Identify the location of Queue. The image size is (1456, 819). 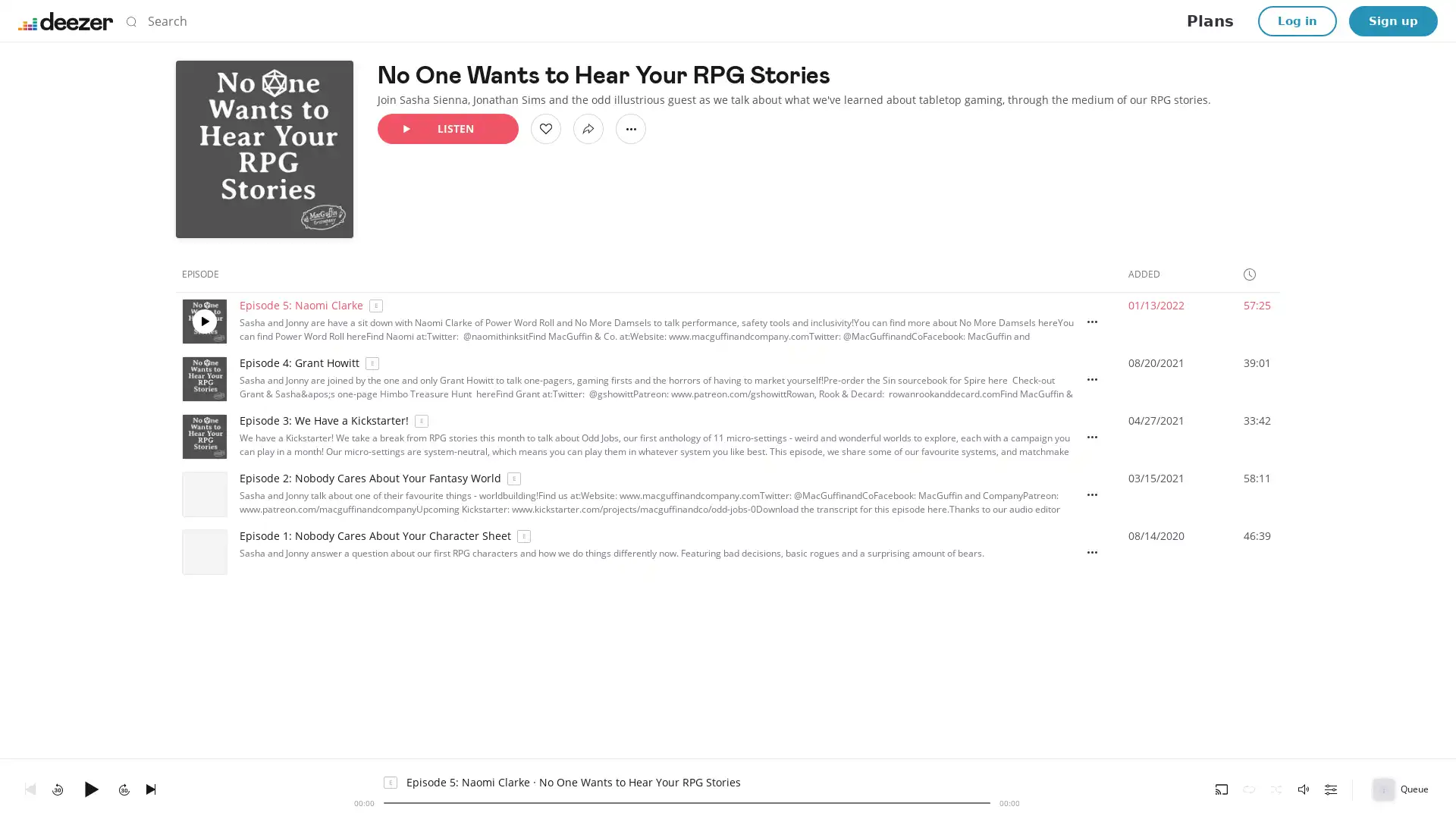
(1401, 788).